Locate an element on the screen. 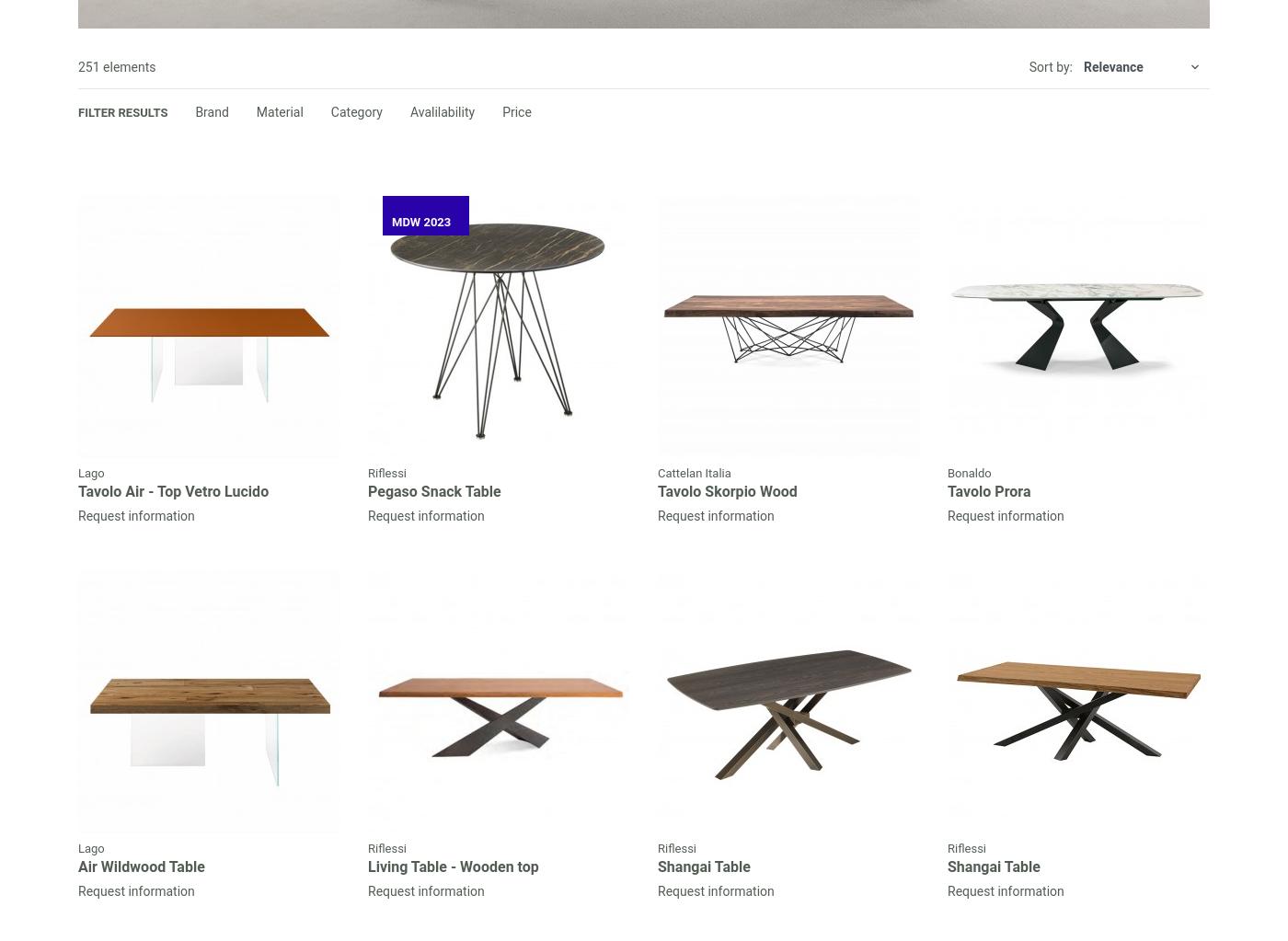 This screenshot has width=1288, height=941. 'Filter results' is located at coordinates (122, 111).